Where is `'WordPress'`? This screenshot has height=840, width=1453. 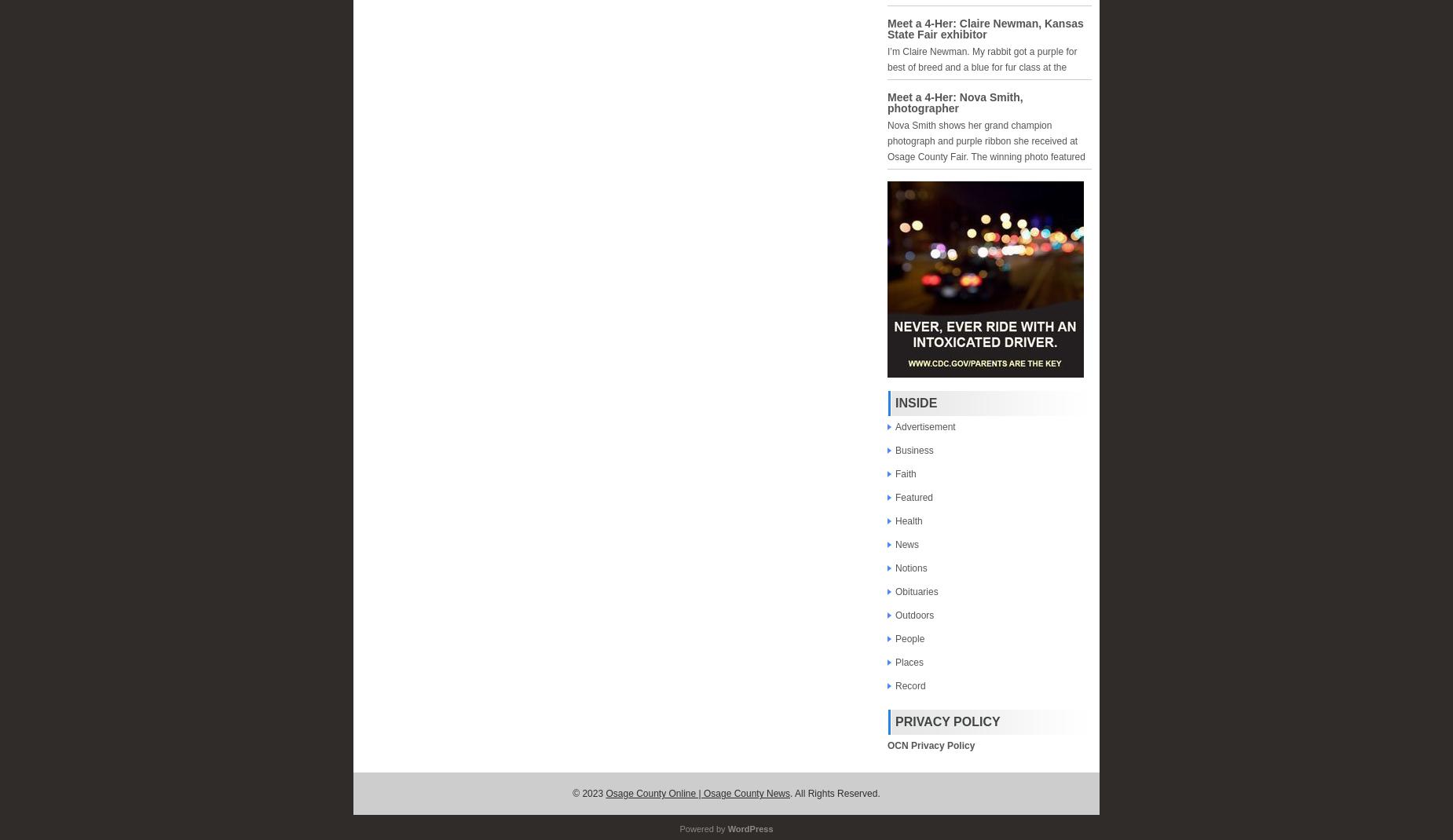
'WordPress' is located at coordinates (748, 828).